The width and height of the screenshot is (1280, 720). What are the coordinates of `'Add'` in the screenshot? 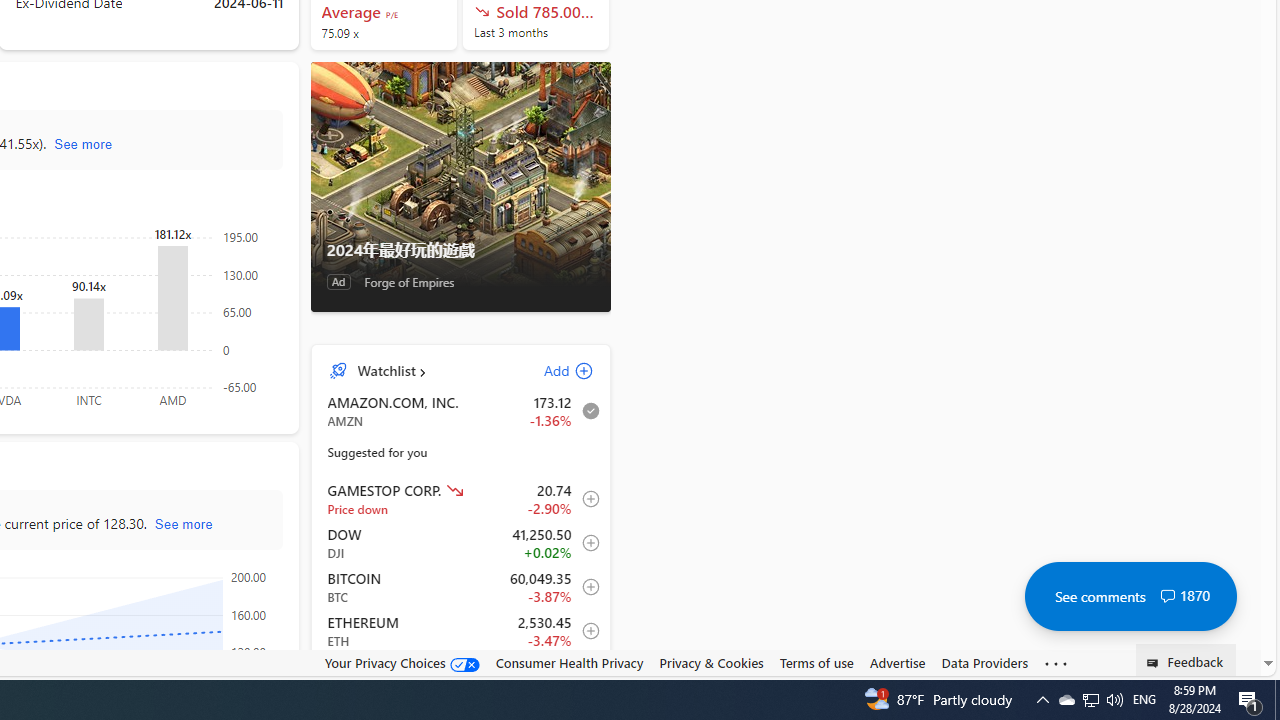 It's located at (551, 370).